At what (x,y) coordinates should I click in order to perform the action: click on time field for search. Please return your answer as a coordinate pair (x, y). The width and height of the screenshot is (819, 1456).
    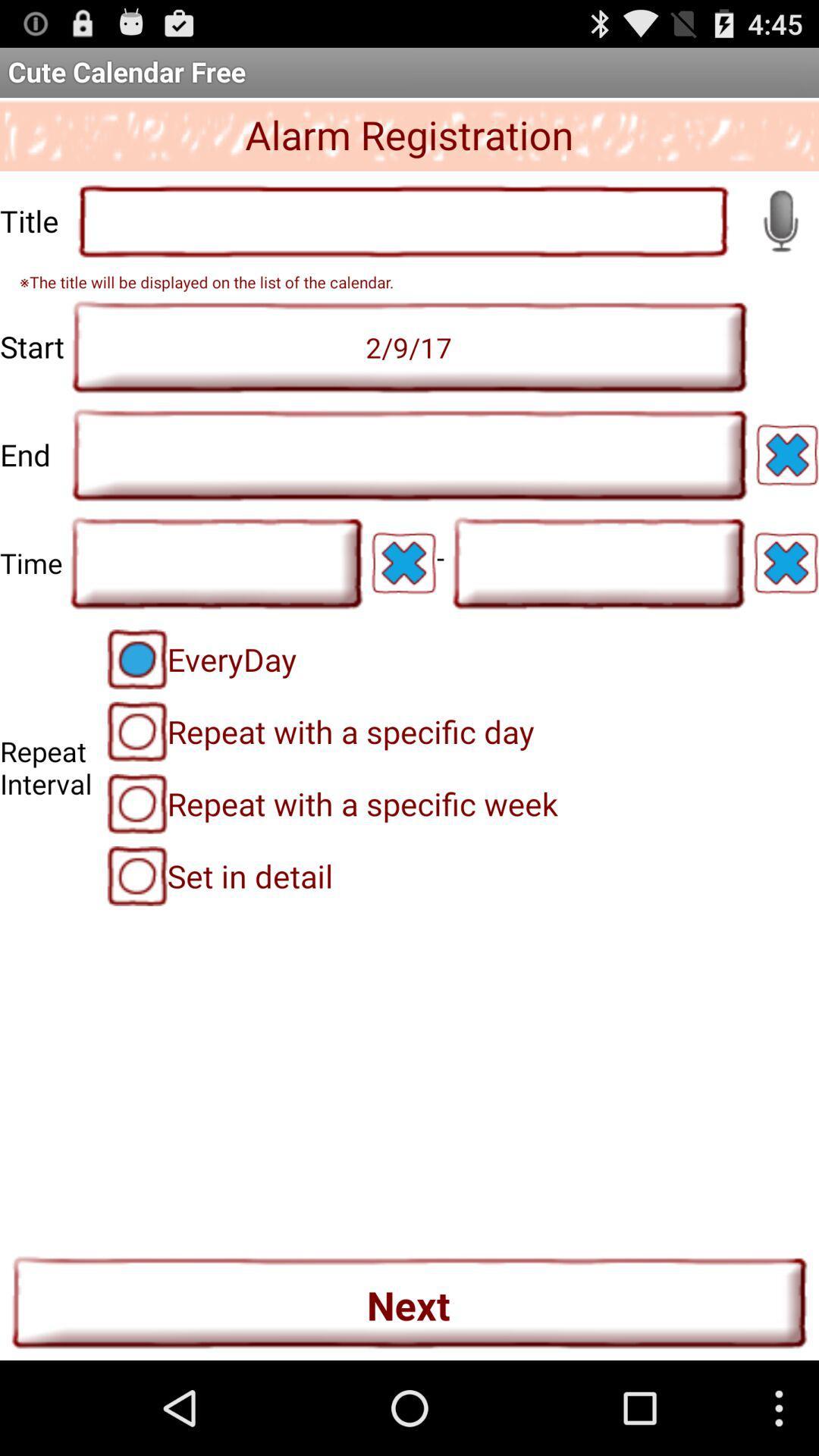
    Looking at the image, I should click on (598, 562).